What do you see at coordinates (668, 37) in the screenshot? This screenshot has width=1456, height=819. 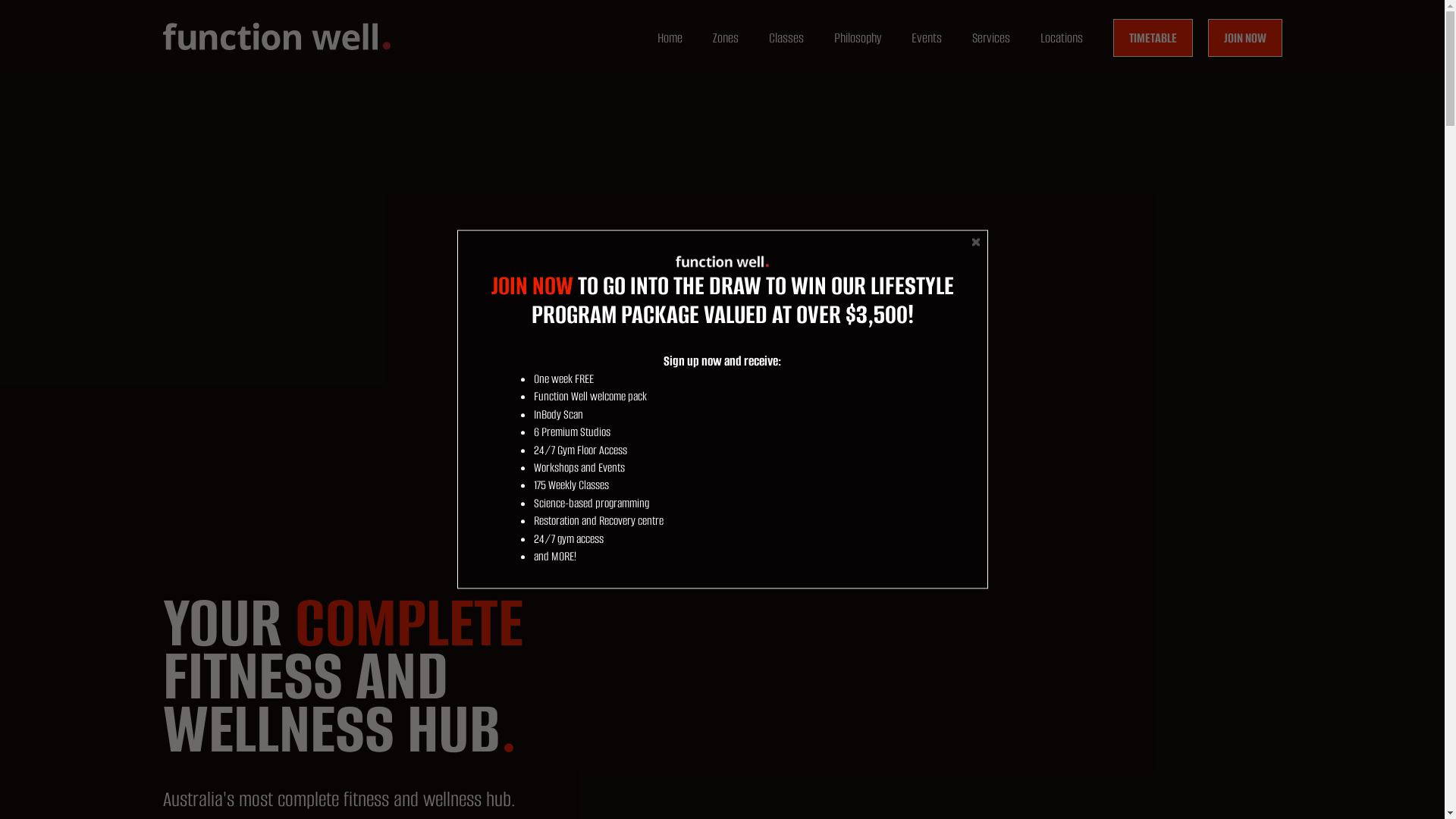 I see `'Home'` at bounding box center [668, 37].